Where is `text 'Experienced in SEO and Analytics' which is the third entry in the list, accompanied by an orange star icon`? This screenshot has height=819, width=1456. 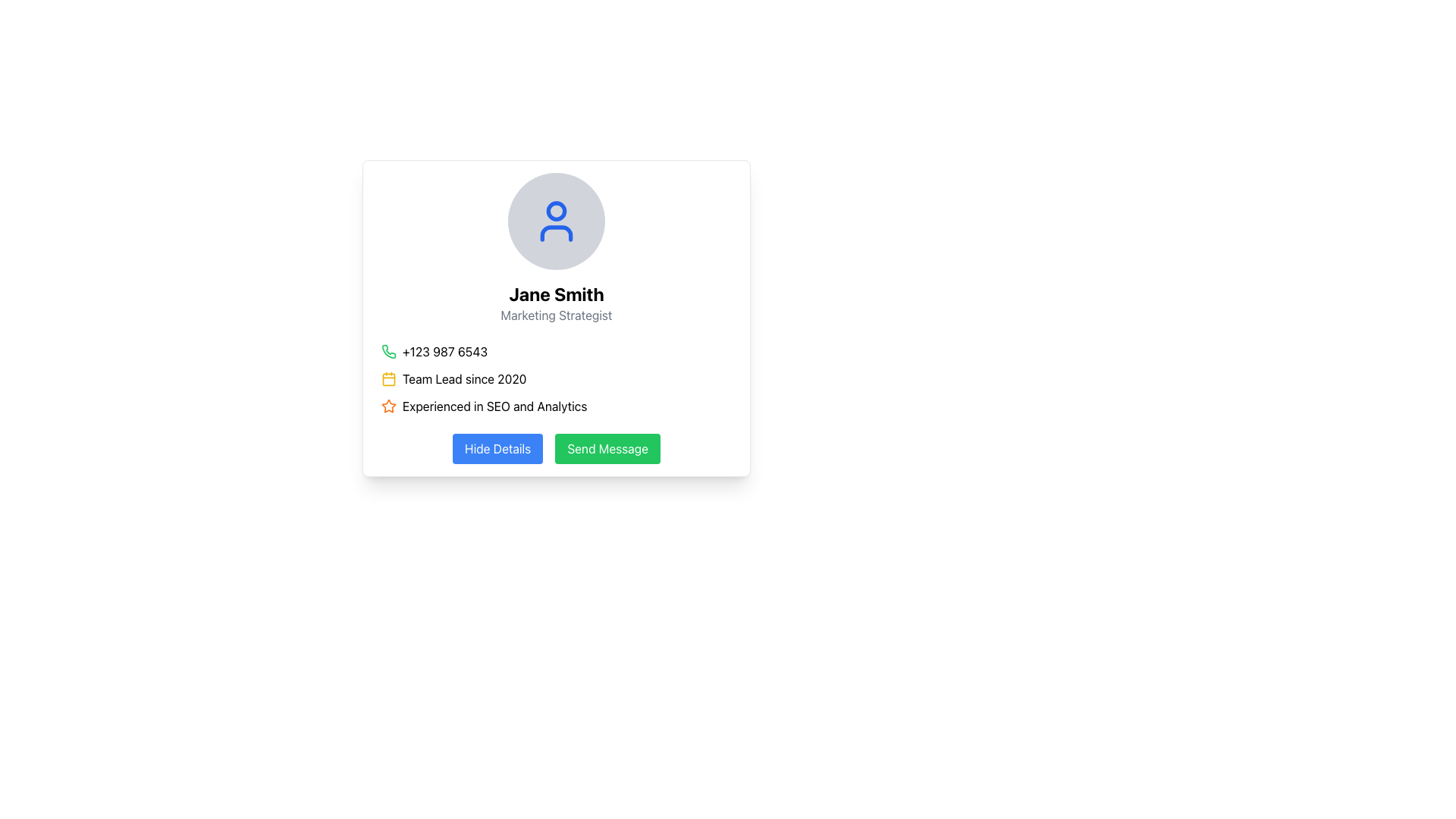
text 'Experienced in SEO and Analytics' which is the third entry in the list, accompanied by an orange star icon is located at coordinates (556, 406).